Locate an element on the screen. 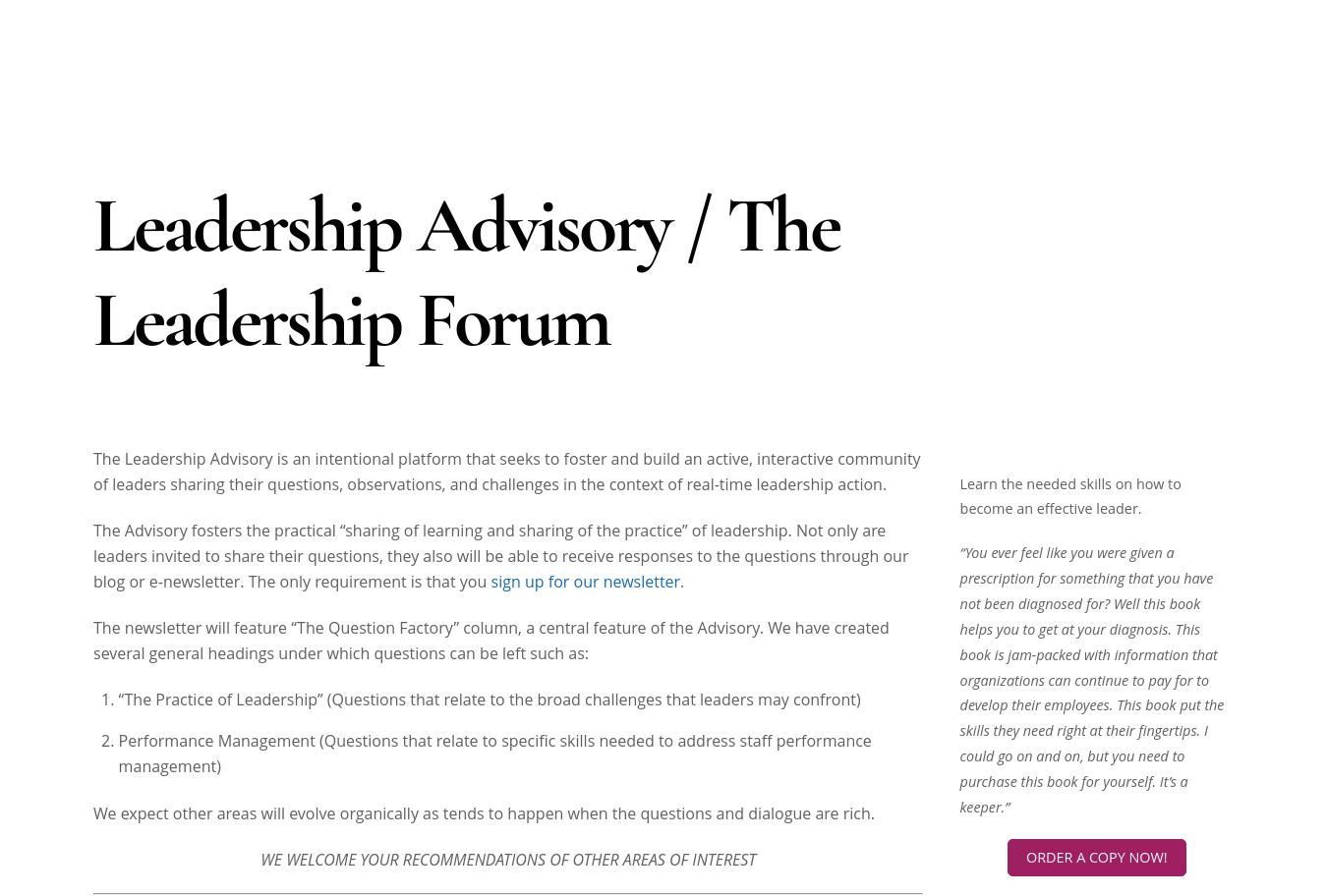 The width and height of the screenshot is (1327, 896). ': Reserve A Private Session' is located at coordinates (1140, 451).